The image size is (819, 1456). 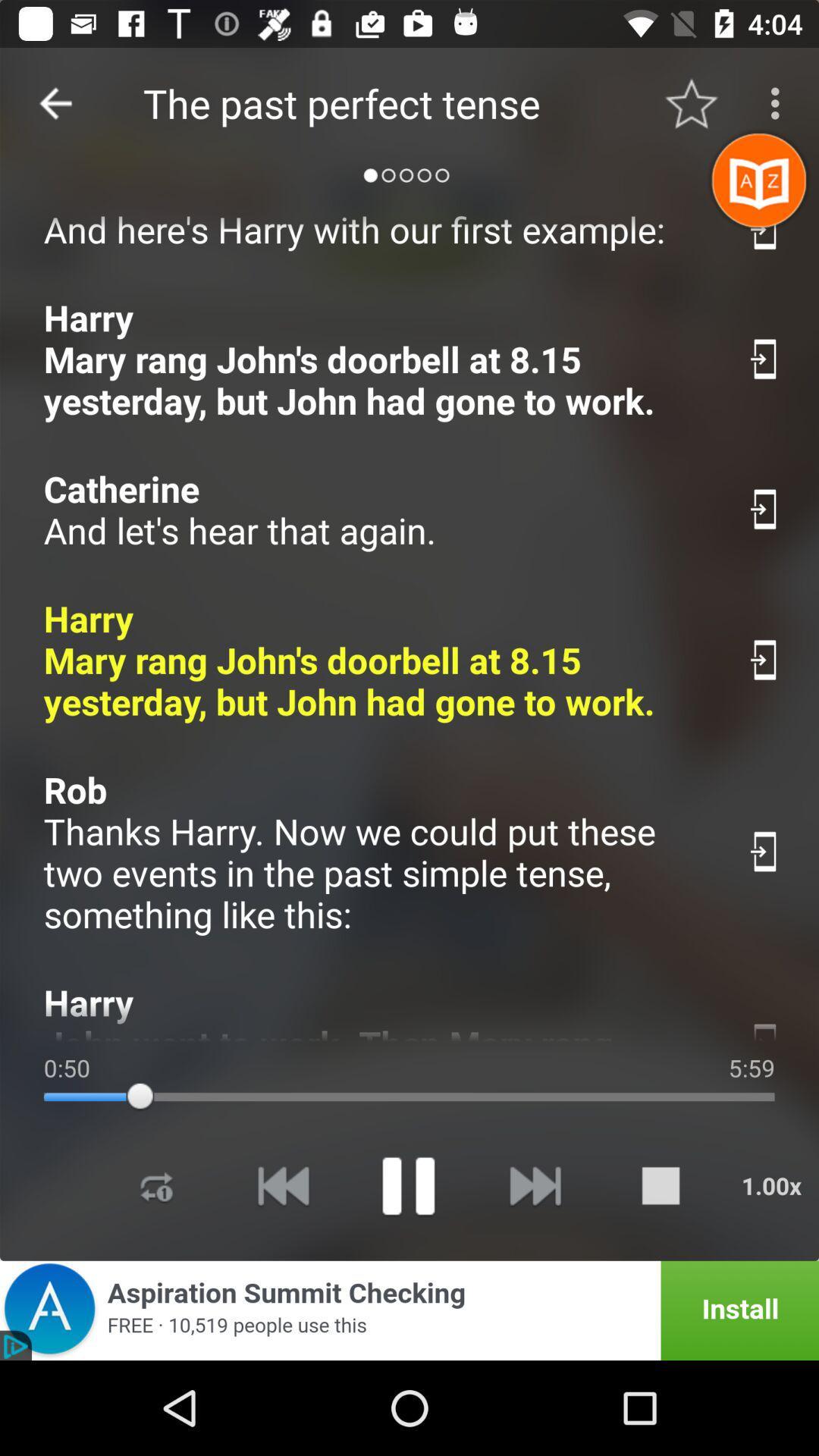 I want to click on the repeat icon, so click(x=157, y=1185).